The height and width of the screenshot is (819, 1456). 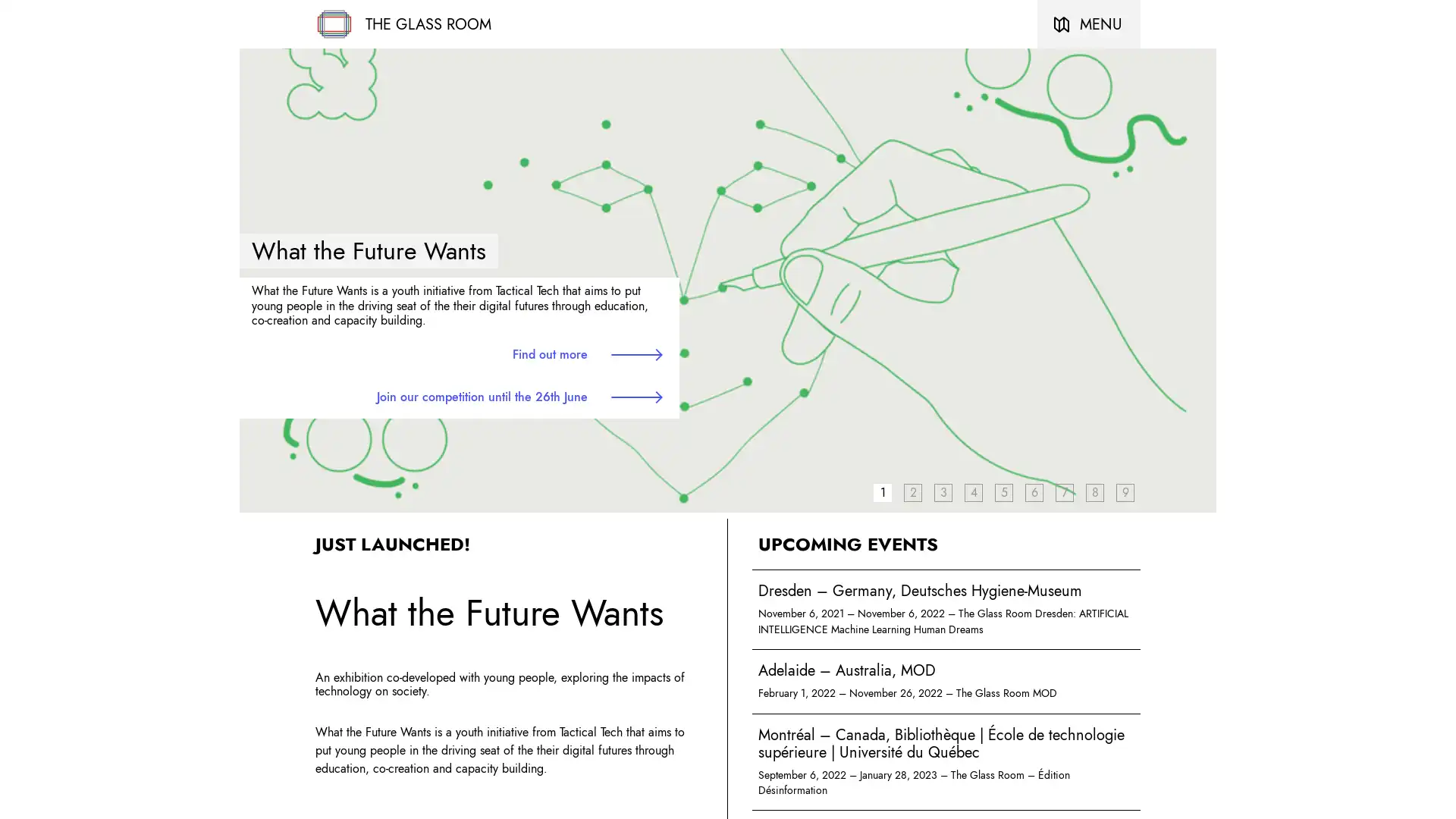 I want to click on slide item 8, so click(x=1095, y=491).